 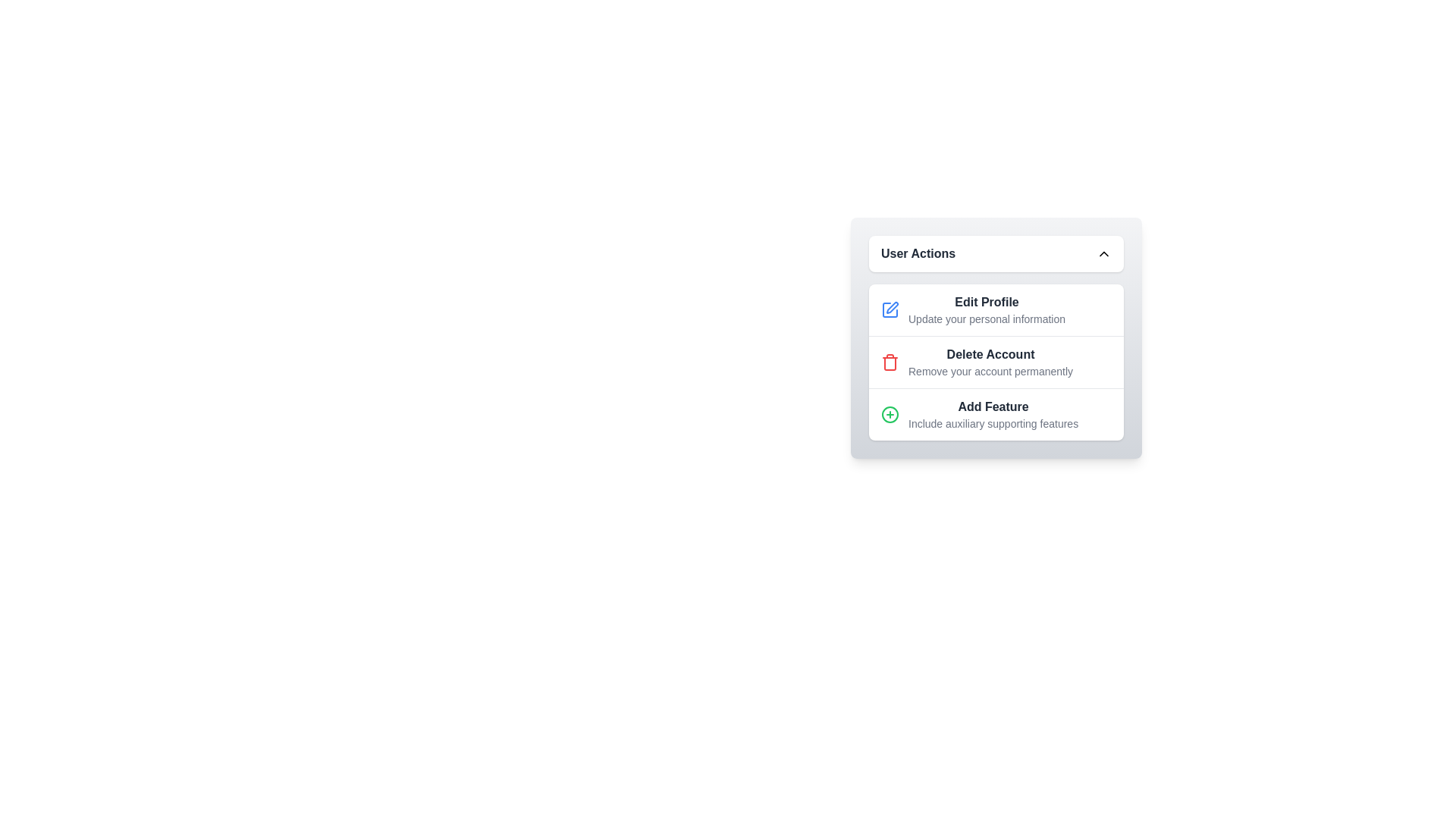 What do you see at coordinates (996, 309) in the screenshot?
I see `the first button in the 'User Actions' panel` at bounding box center [996, 309].